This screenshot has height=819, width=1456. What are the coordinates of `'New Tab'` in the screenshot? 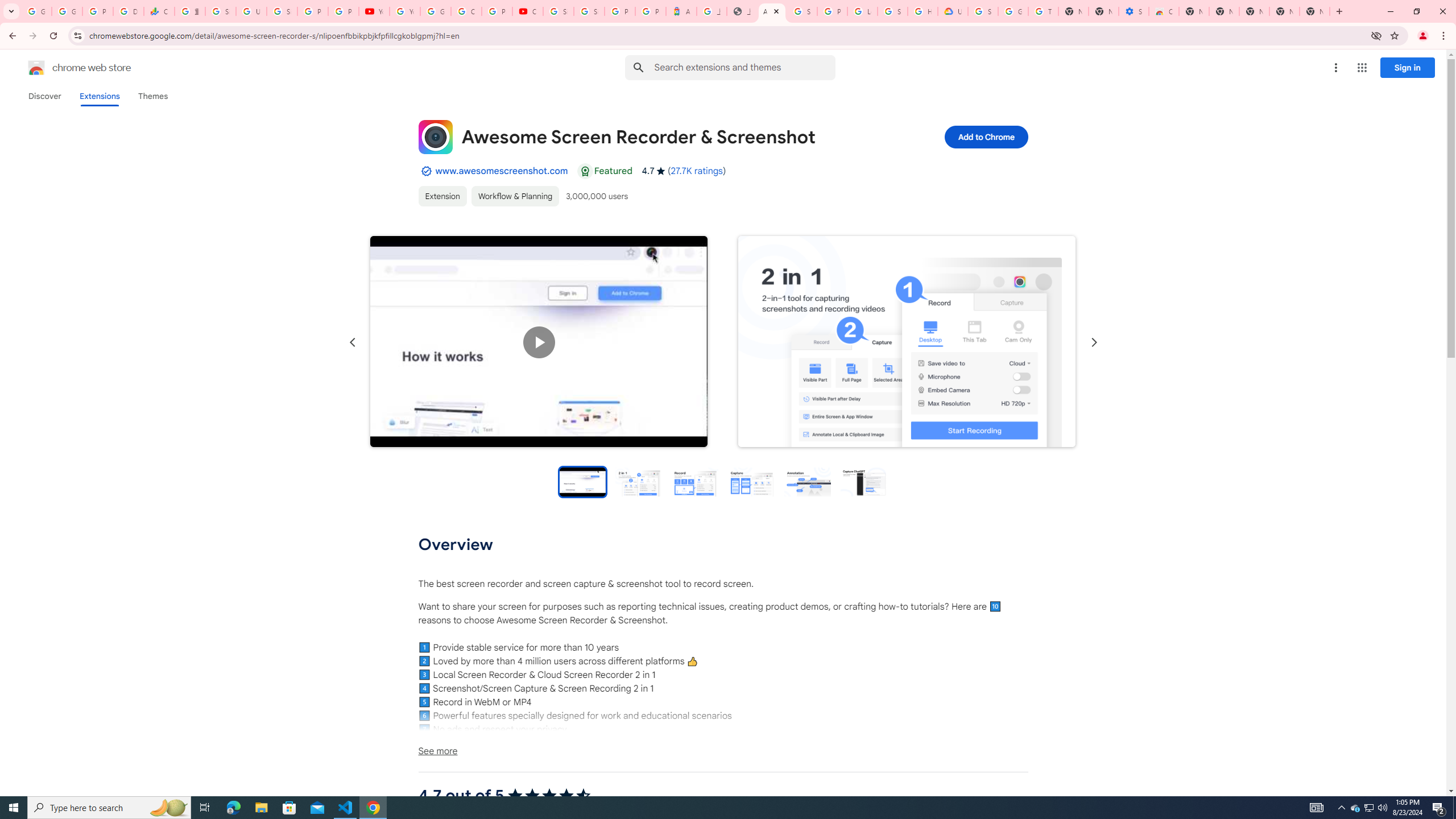 It's located at (1314, 11).